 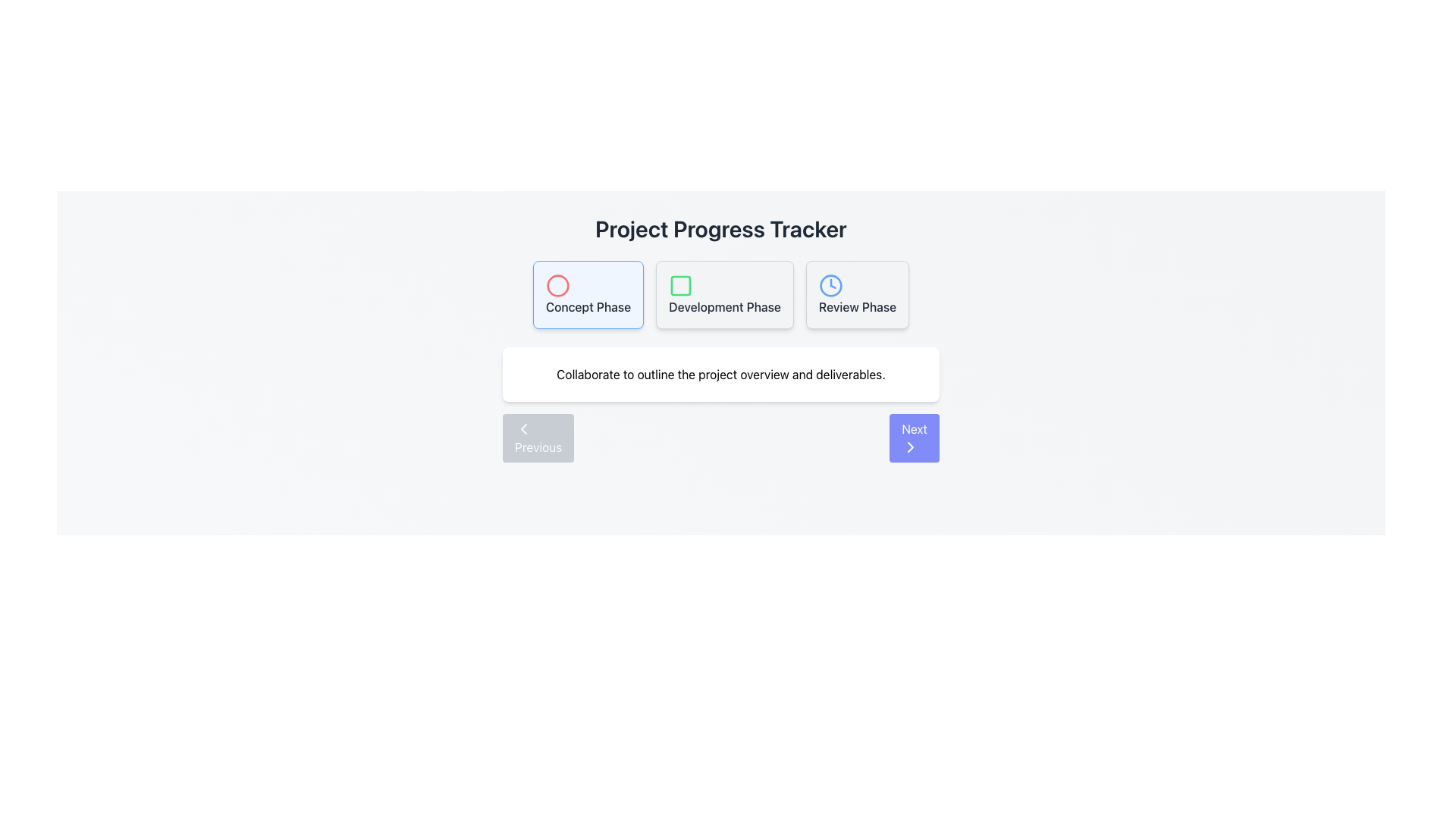 What do you see at coordinates (720, 228) in the screenshot?
I see `the bold, large-sized text reading 'Project Progress Tracker' located at the top center of the page, directly above the phase boxes` at bounding box center [720, 228].